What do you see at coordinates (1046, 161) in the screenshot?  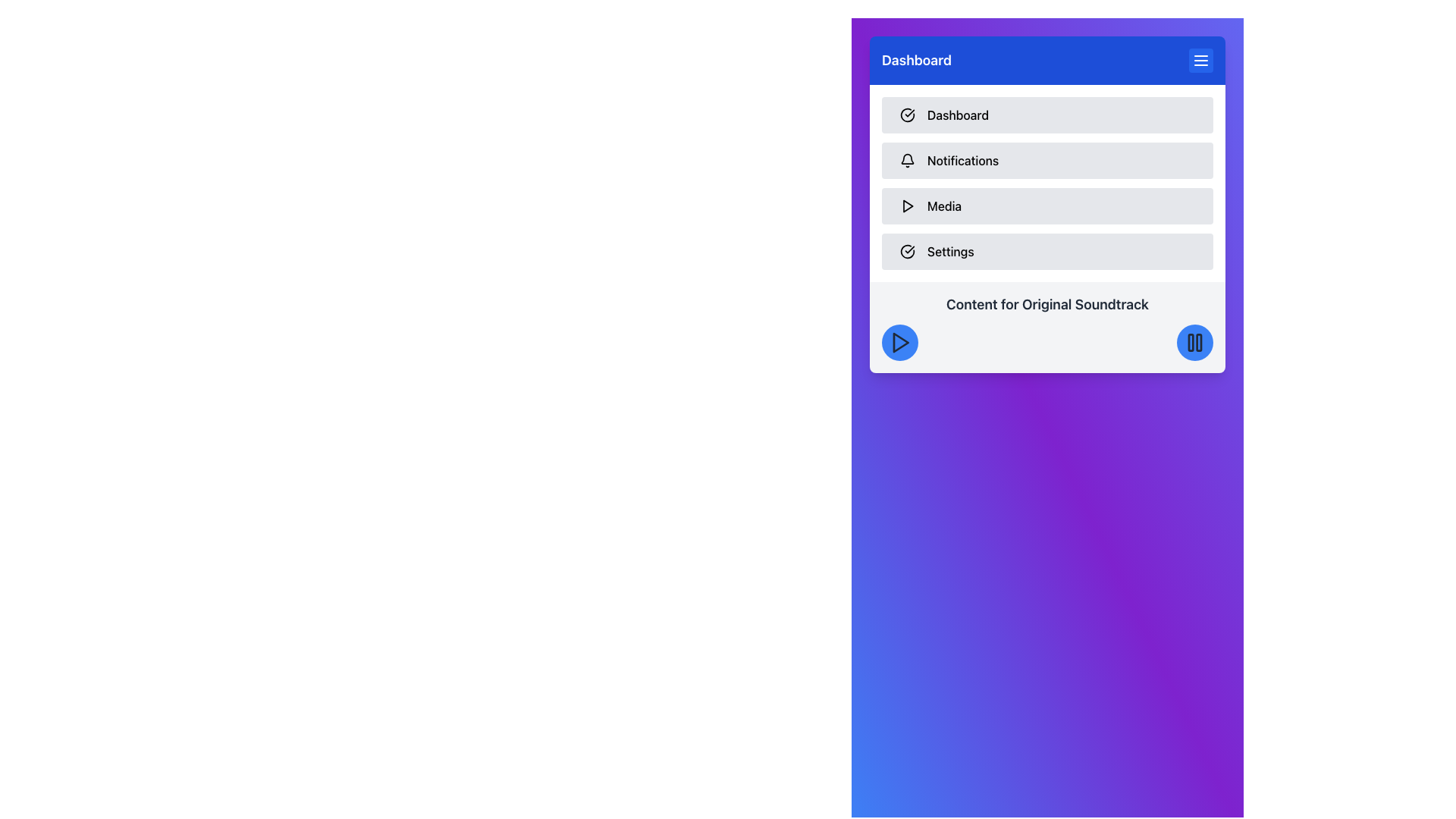 I see `the 'Notifications' button located below the 'Dashboard' button and above the 'Media' button` at bounding box center [1046, 161].